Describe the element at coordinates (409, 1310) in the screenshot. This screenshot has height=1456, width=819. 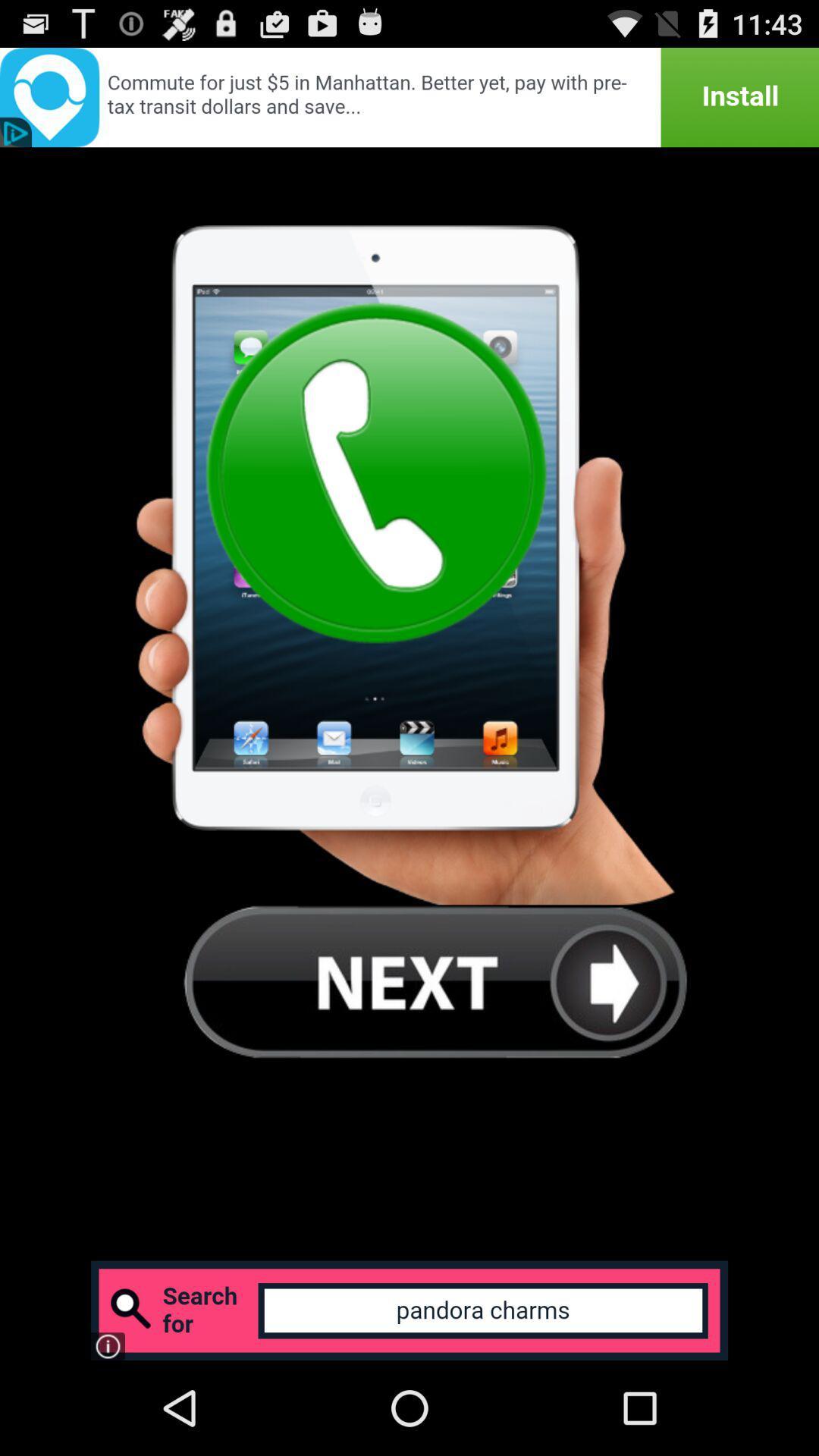
I see `search area` at that location.